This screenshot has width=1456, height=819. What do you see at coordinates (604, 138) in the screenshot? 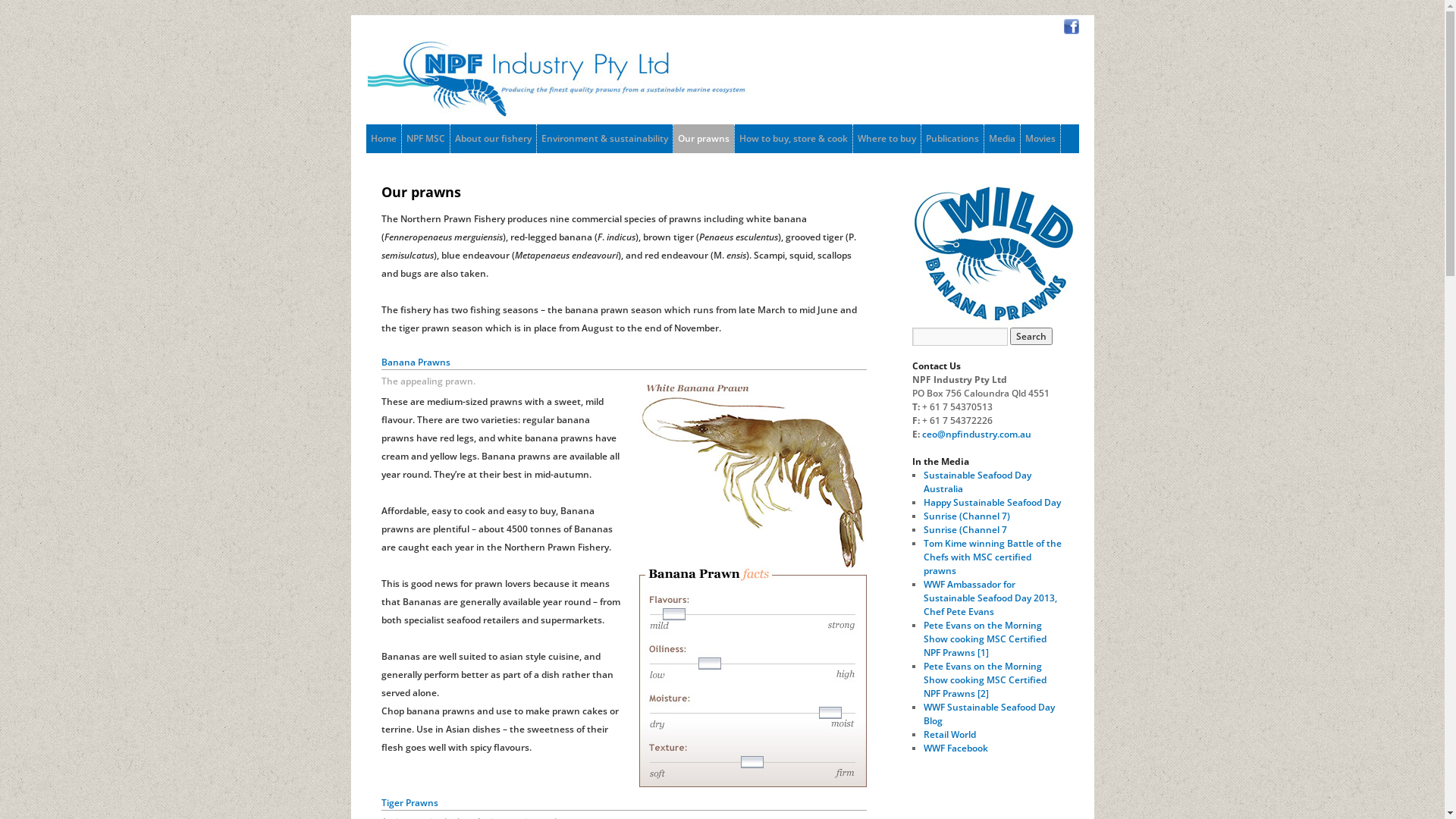
I see `'Environment & sustainability'` at bounding box center [604, 138].